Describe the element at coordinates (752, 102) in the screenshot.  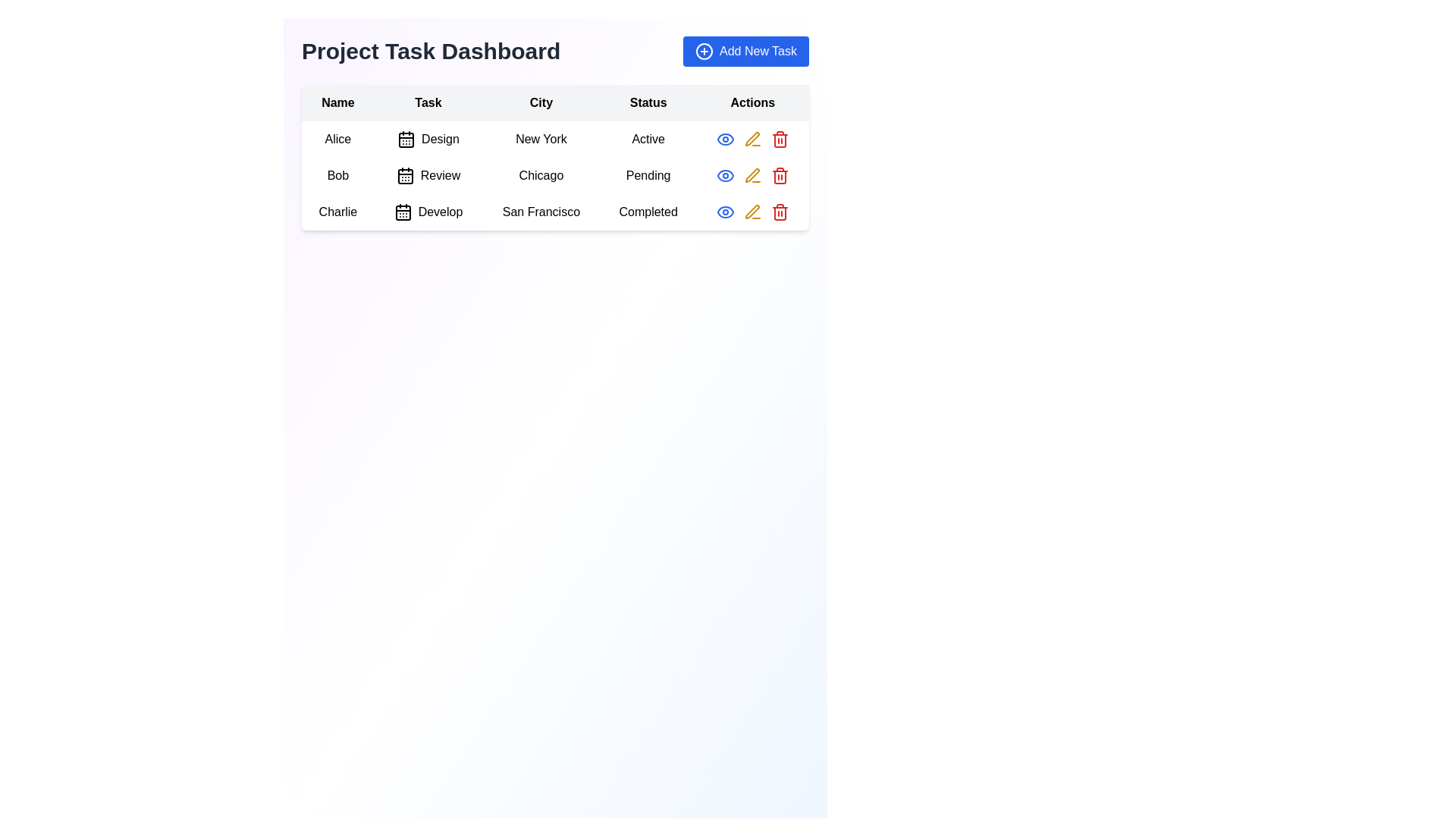
I see `the header label in the fifth column of the table that contains action buttons for rows of data, located to the right of the 'Status' column` at that location.